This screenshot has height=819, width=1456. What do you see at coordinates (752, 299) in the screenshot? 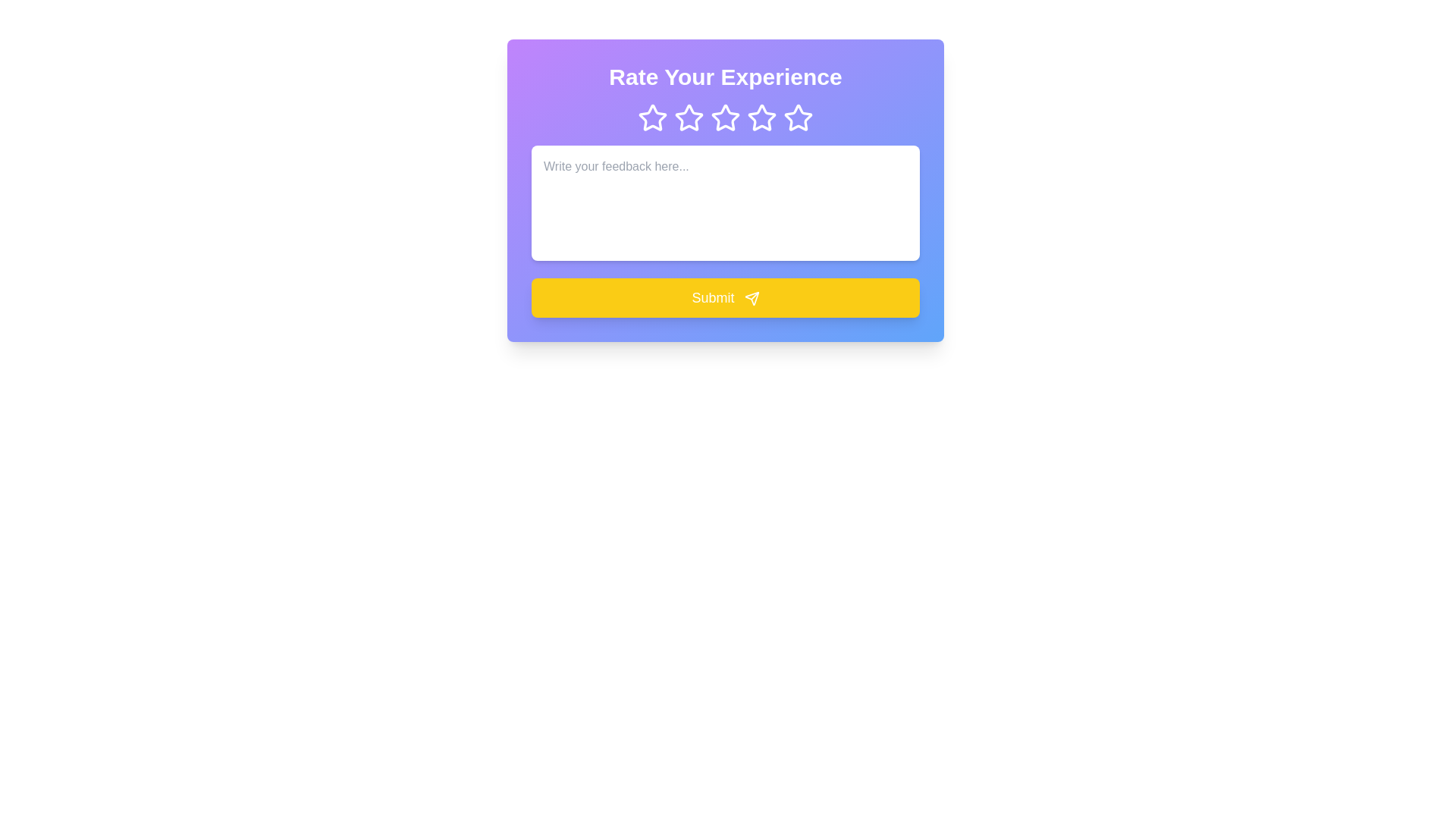
I see `the graphical representation of the small triangular 'send' icon with a yellow background and white borders, located inside the 'Submit' button` at bounding box center [752, 299].